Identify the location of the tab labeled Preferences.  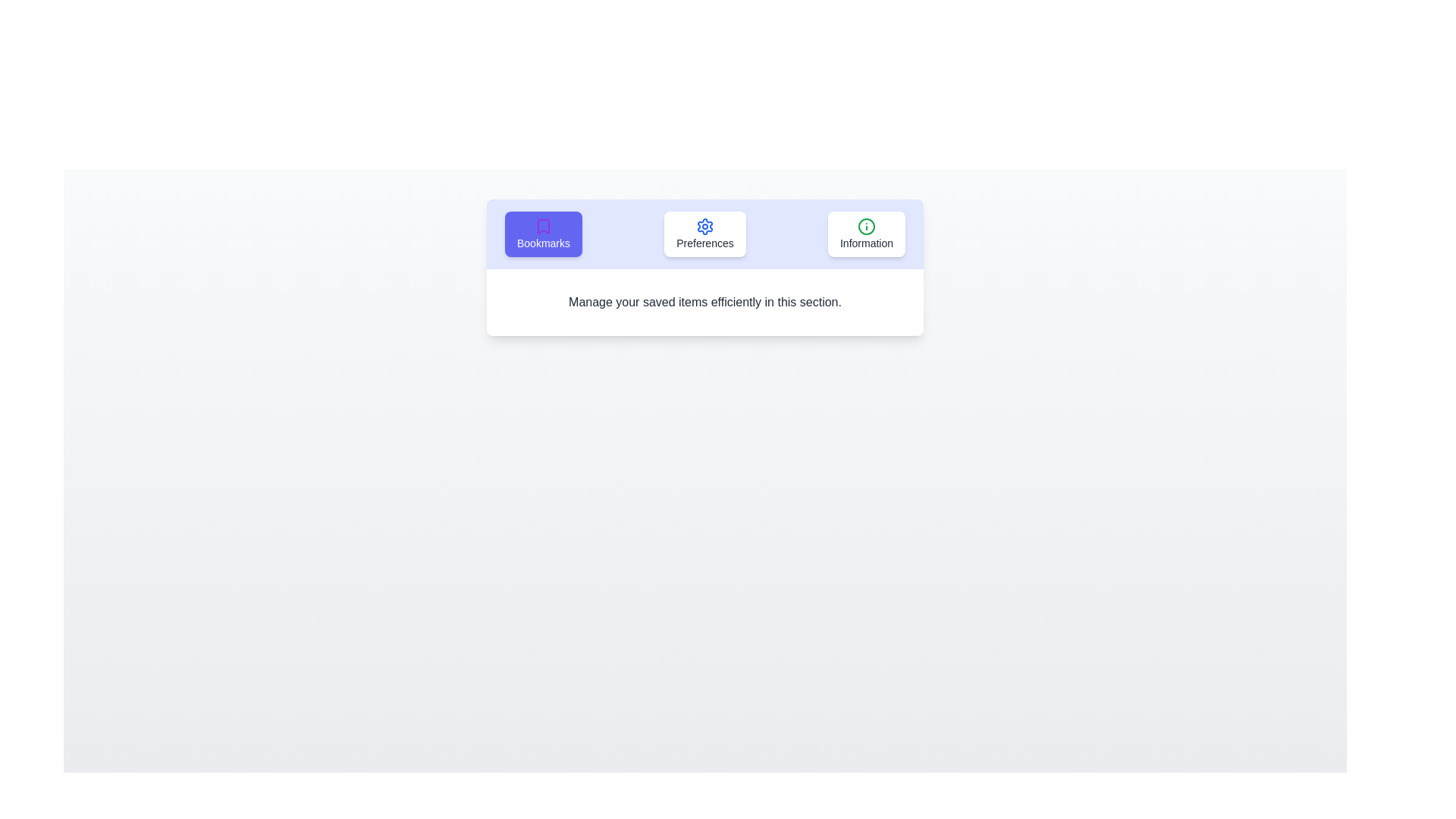
(704, 234).